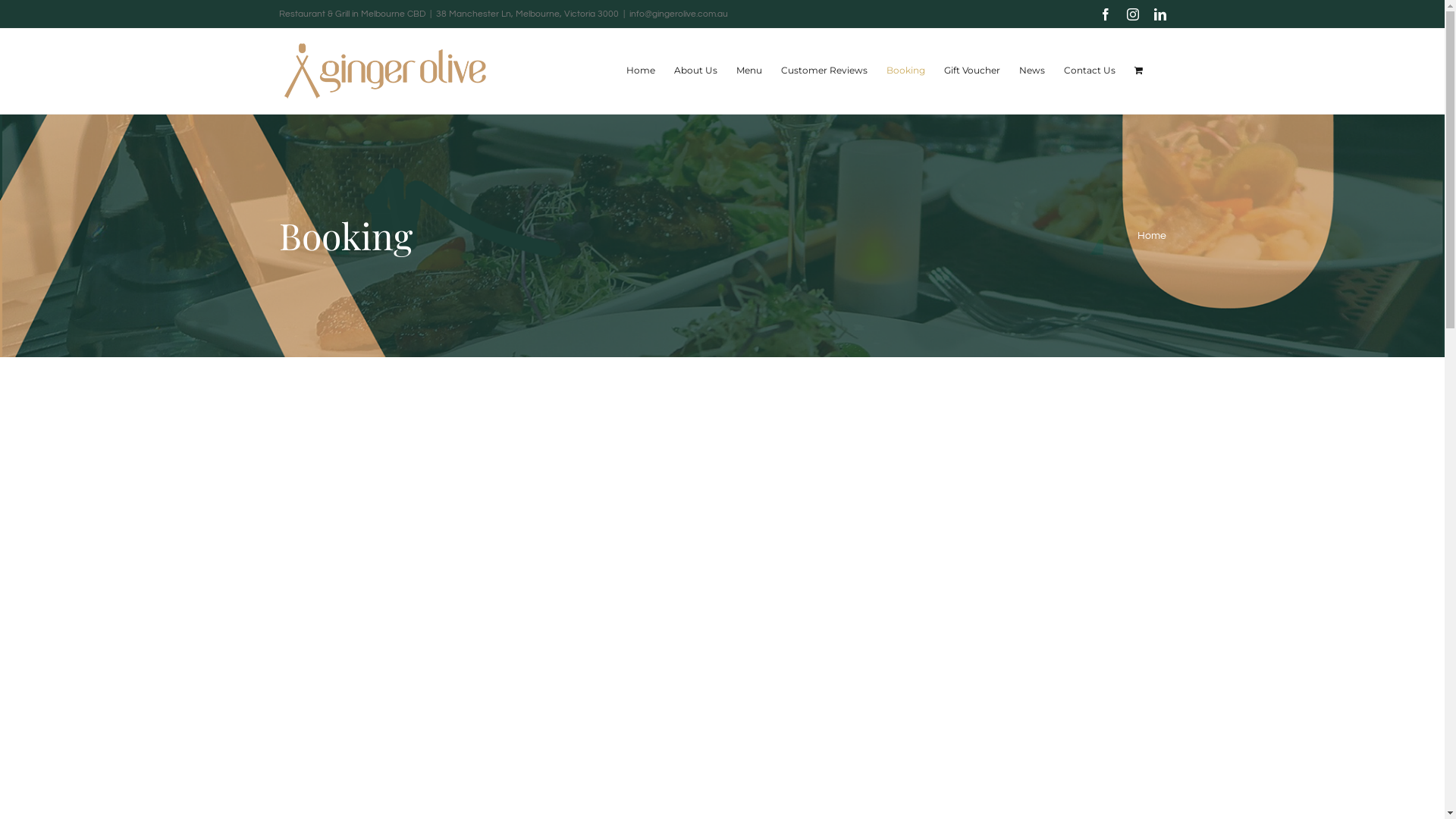 This screenshot has height=819, width=1456. What do you see at coordinates (1087, 70) in the screenshot?
I see `'Contact Us'` at bounding box center [1087, 70].